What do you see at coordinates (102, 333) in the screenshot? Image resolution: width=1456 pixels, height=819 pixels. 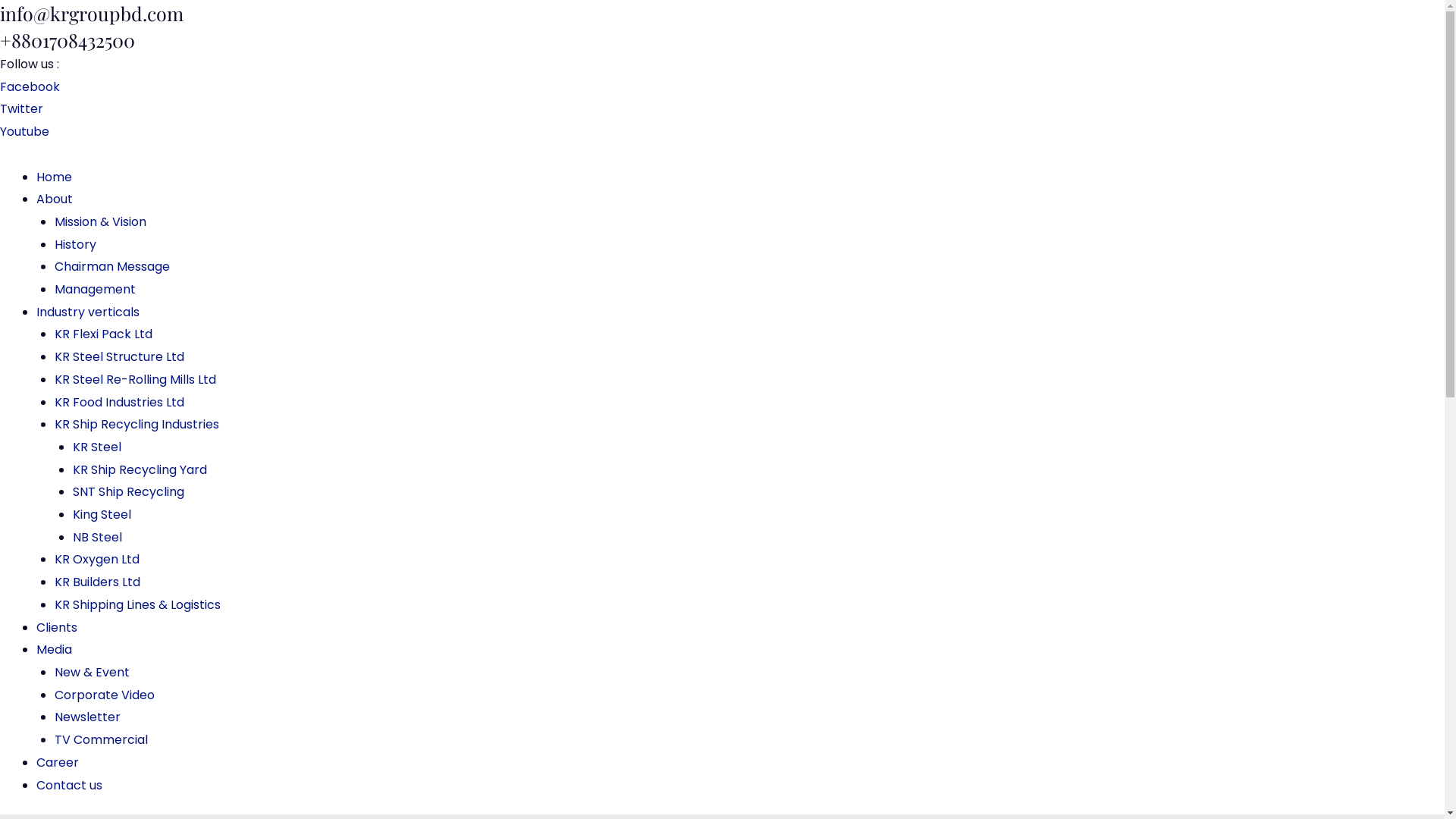 I see `'KR Flexi Pack Ltd'` at bounding box center [102, 333].